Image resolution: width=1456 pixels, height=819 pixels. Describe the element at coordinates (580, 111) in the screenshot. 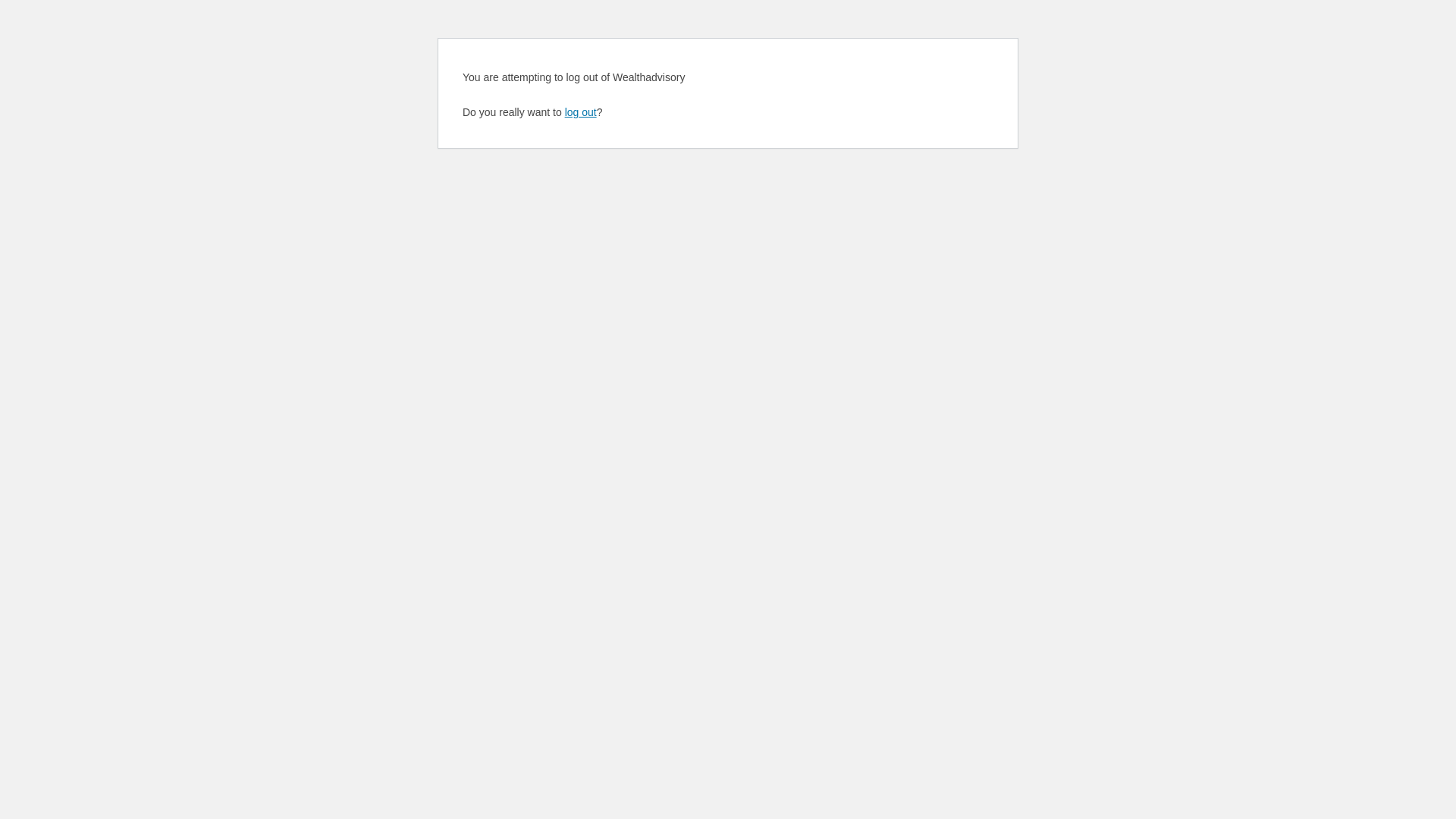

I see `'log out'` at that location.